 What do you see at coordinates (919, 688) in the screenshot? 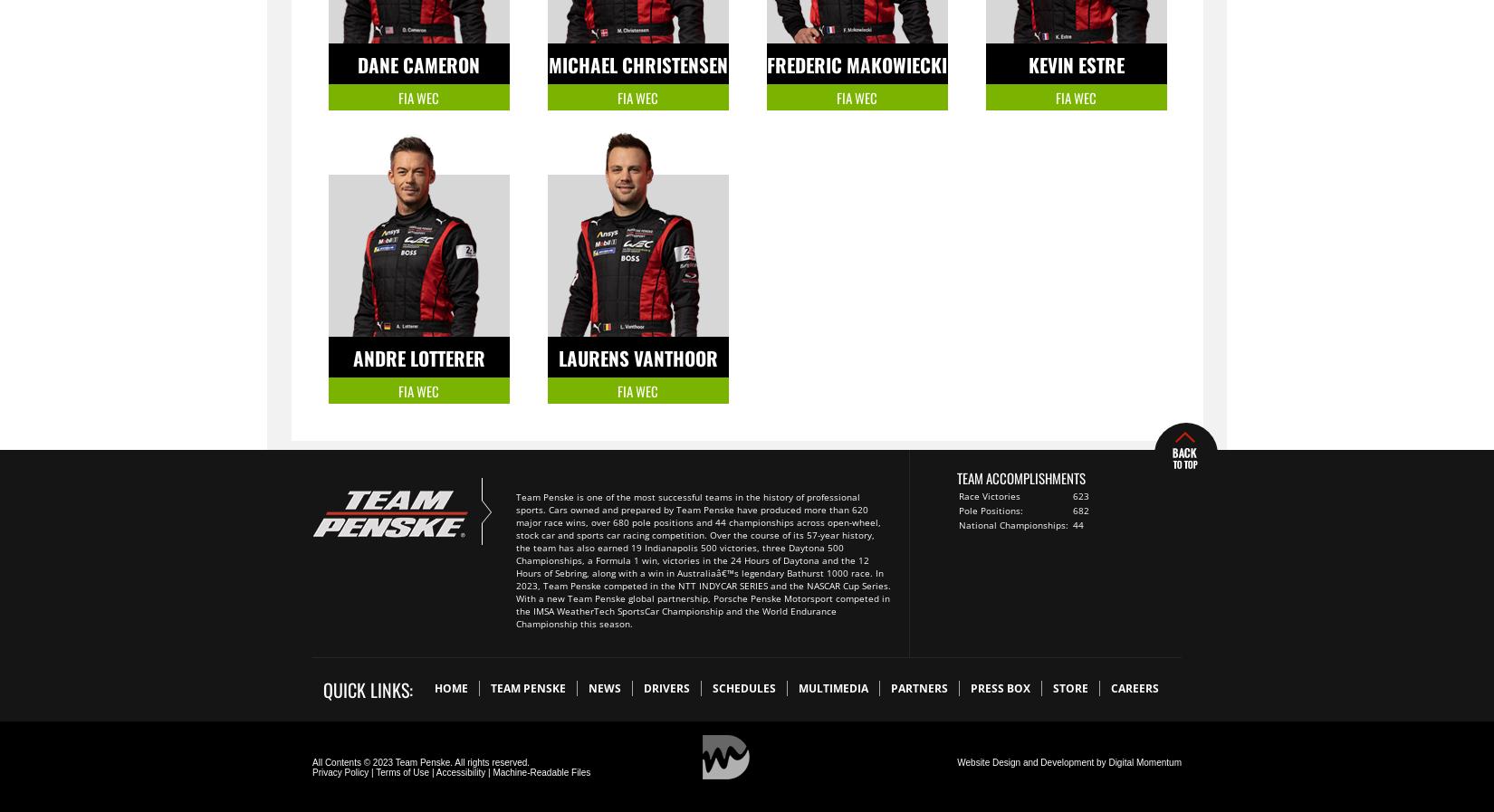
I see `'Partners'` at bounding box center [919, 688].